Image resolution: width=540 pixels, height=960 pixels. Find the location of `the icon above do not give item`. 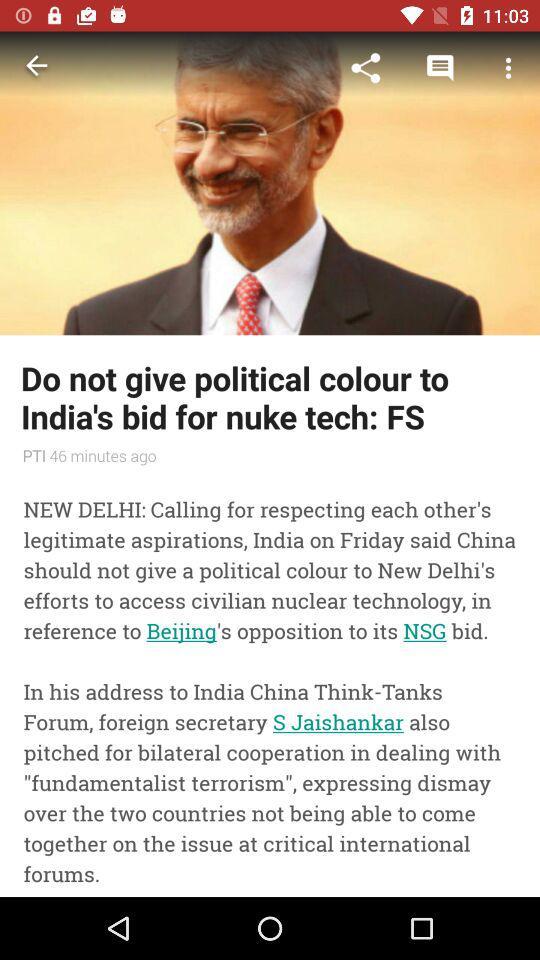

the icon above do not give item is located at coordinates (36, 68).